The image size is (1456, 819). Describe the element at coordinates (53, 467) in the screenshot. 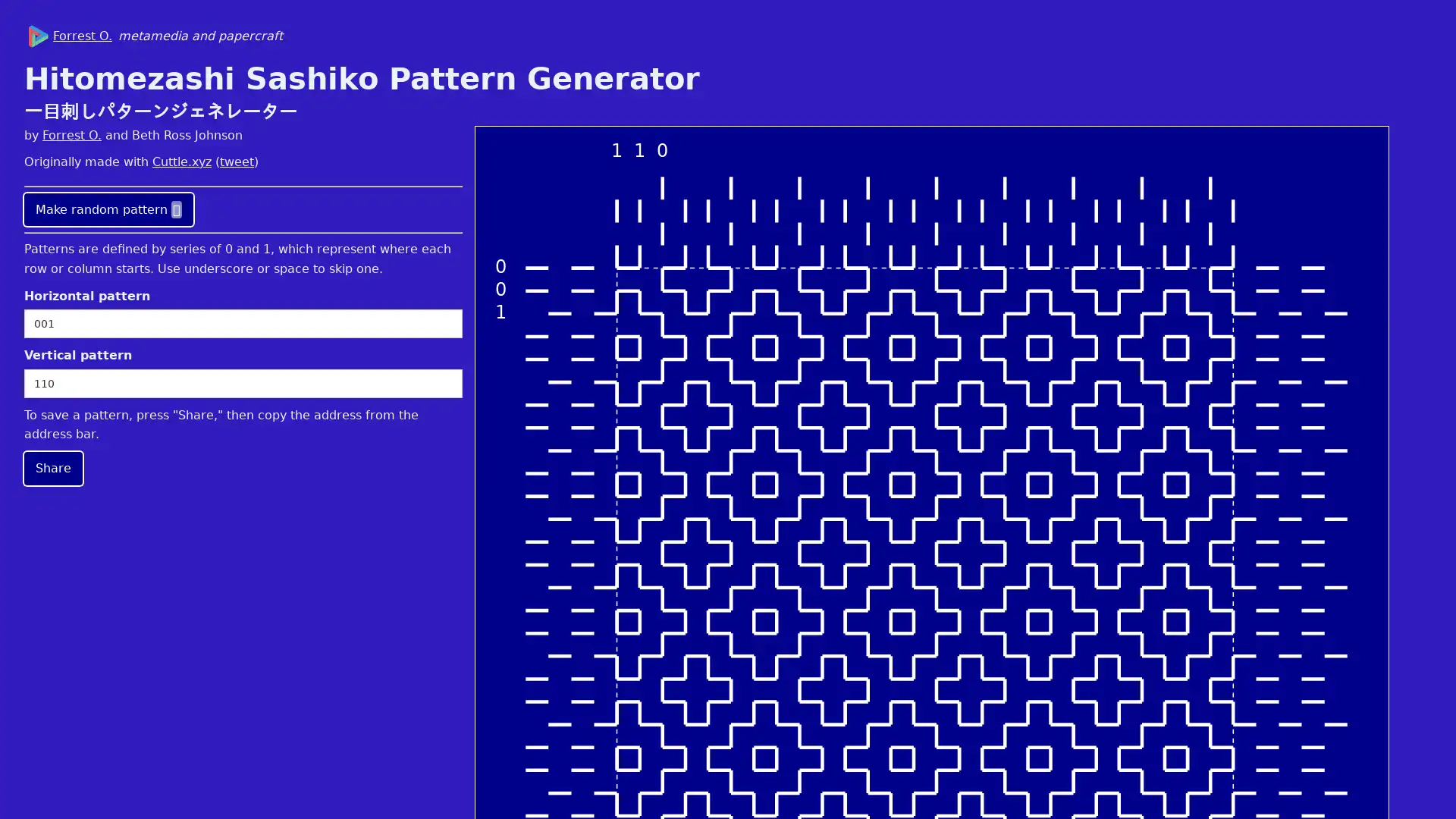

I see `Share` at that location.